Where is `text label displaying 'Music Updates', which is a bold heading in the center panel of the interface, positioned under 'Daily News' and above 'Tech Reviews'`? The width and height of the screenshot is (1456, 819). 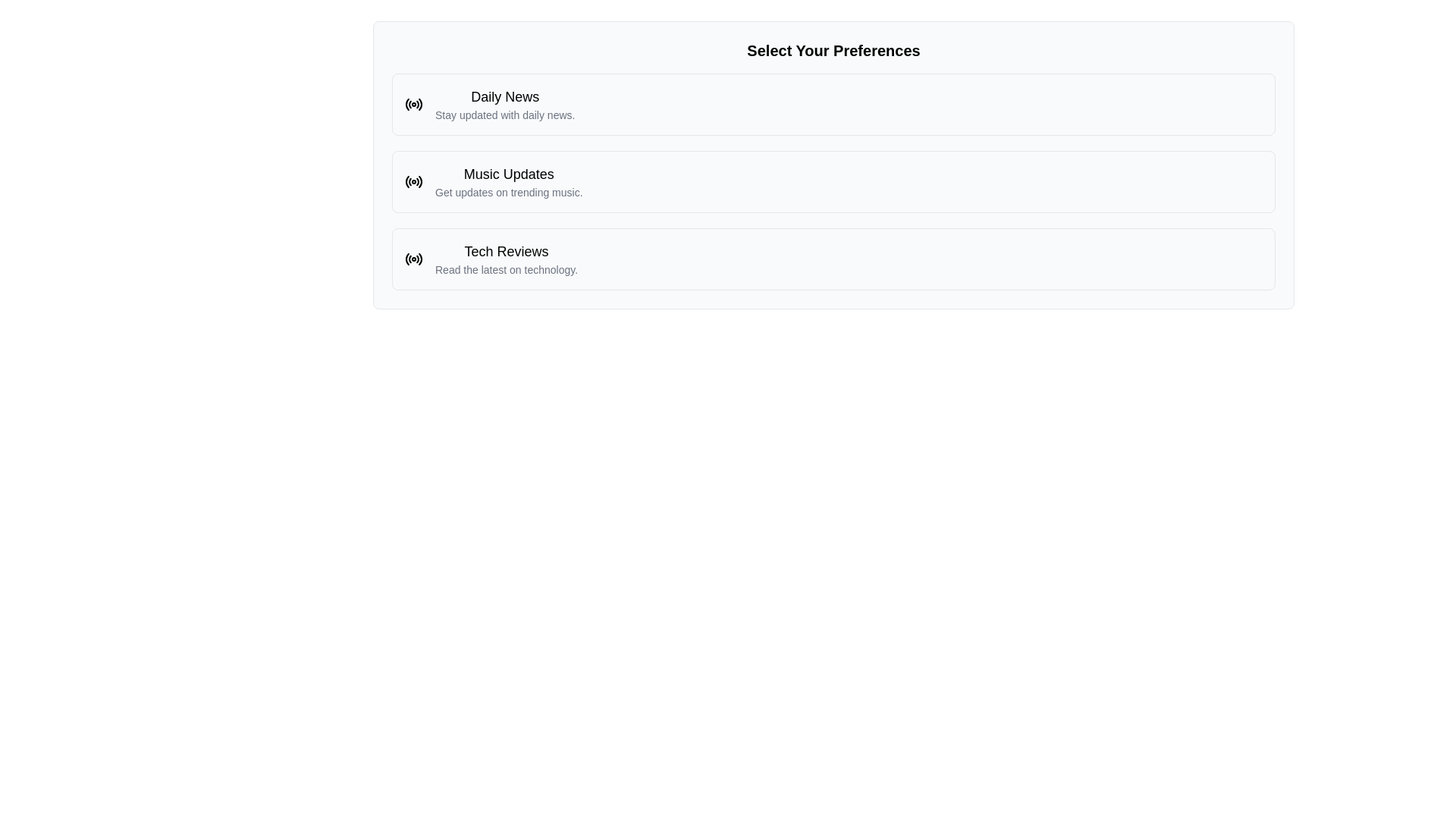 text label displaying 'Music Updates', which is a bold heading in the center panel of the interface, positioned under 'Daily News' and above 'Tech Reviews' is located at coordinates (509, 174).